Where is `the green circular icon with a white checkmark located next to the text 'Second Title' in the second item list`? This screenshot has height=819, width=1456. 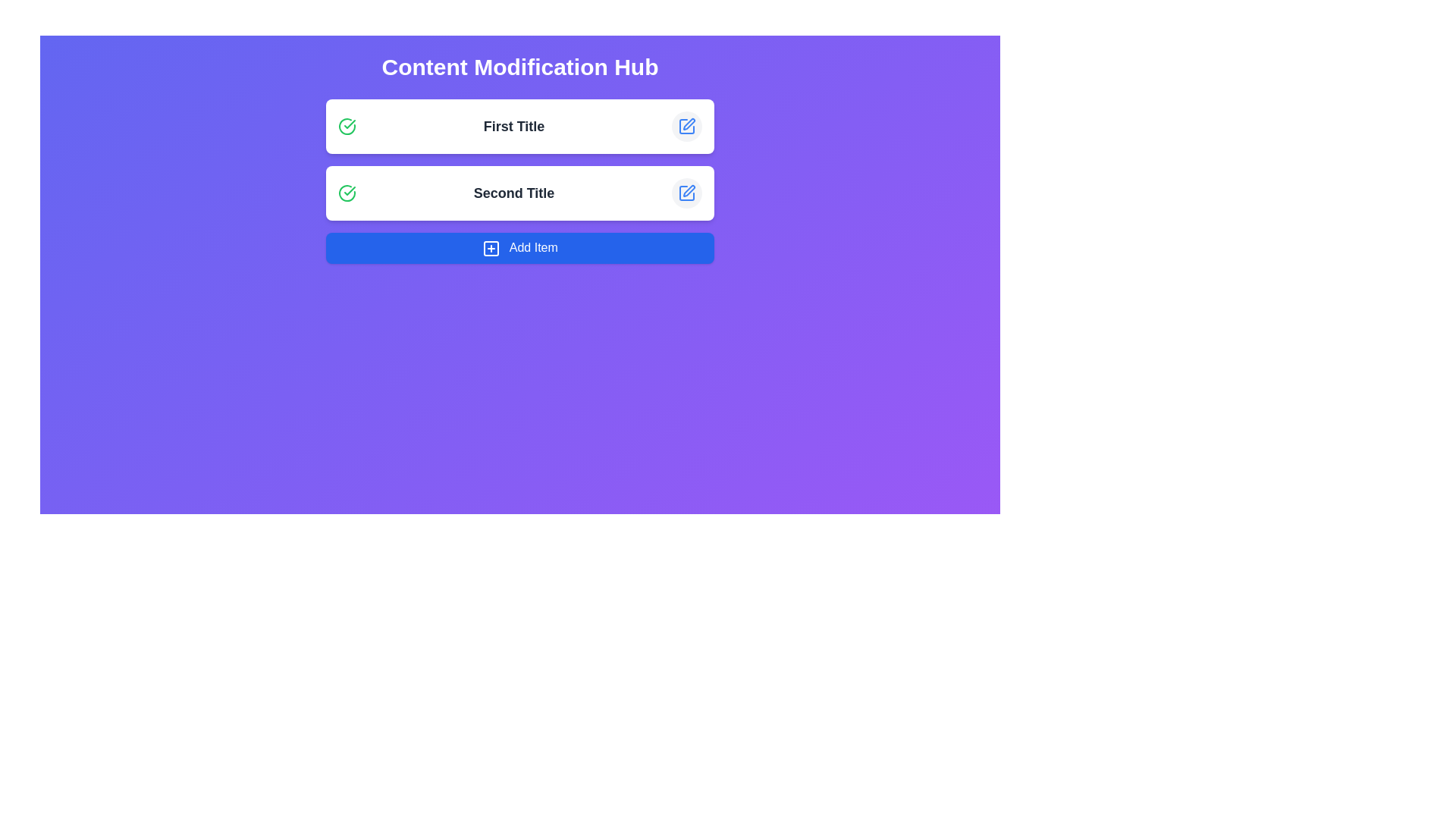 the green circular icon with a white checkmark located next to the text 'Second Title' in the second item list is located at coordinates (346, 125).